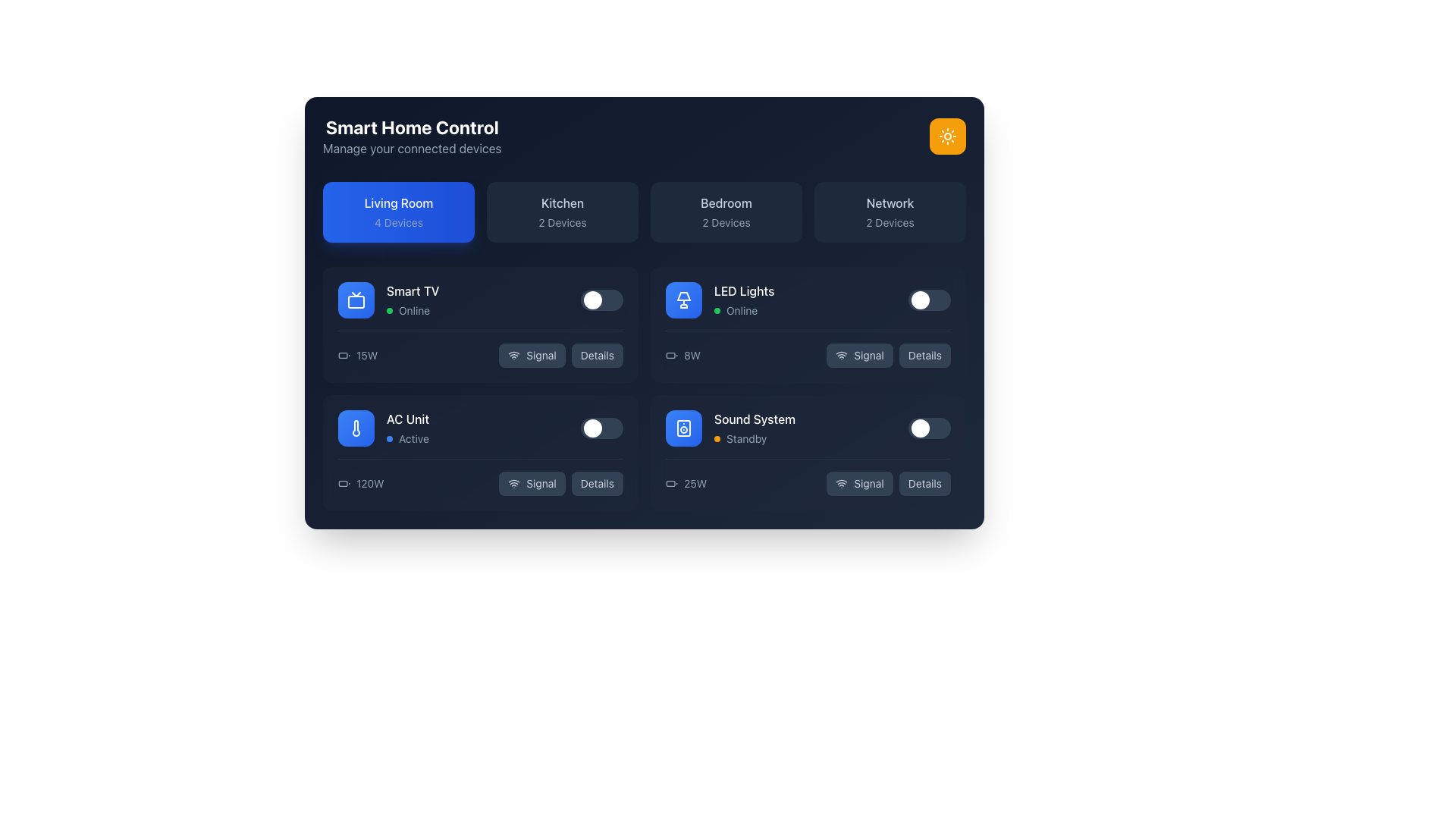 Image resolution: width=1456 pixels, height=819 pixels. What do you see at coordinates (479, 475) in the screenshot?
I see `the 'Signal' button located in the information display row of the 'AC Unit' card, which provides detailed information and options for the device` at bounding box center [479, 475].